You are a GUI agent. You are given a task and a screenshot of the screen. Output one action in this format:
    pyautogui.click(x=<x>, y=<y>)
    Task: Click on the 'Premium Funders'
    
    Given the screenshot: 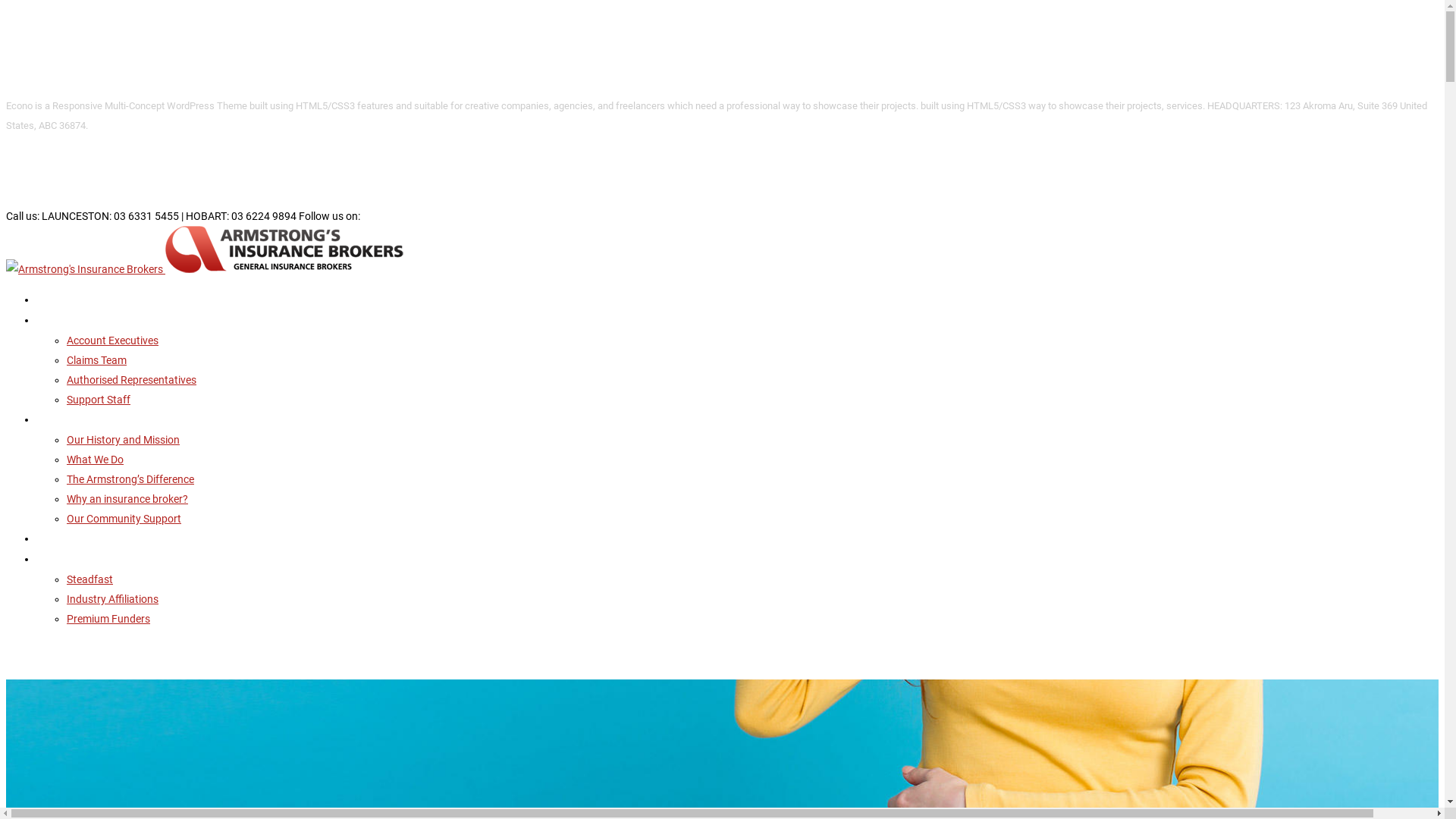 What is the action you would take?
    pyautogui.click(x=108, y=619)
    